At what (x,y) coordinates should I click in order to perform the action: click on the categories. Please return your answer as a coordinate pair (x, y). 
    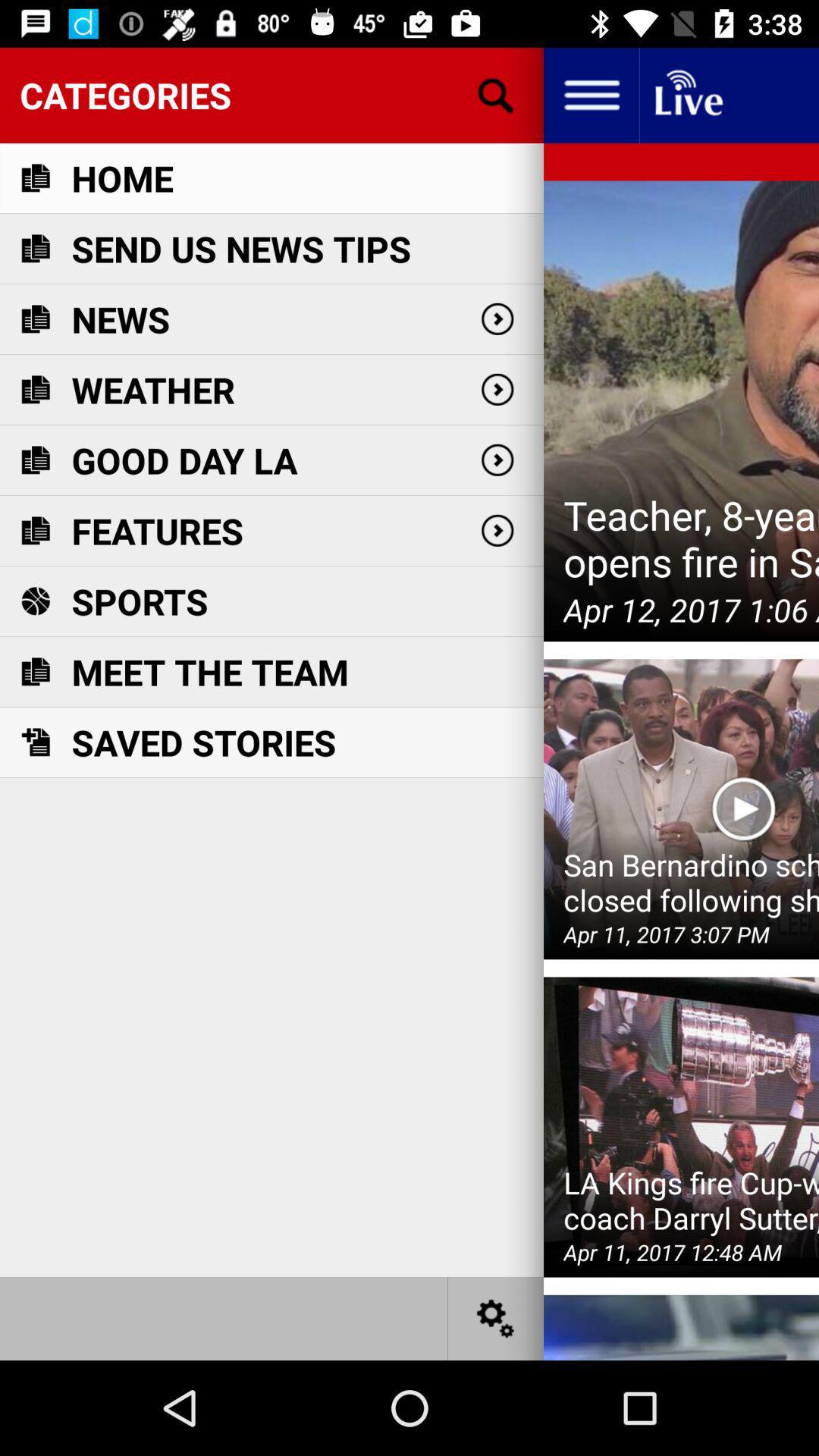
    Looking at the image, I should click on (271, 94).